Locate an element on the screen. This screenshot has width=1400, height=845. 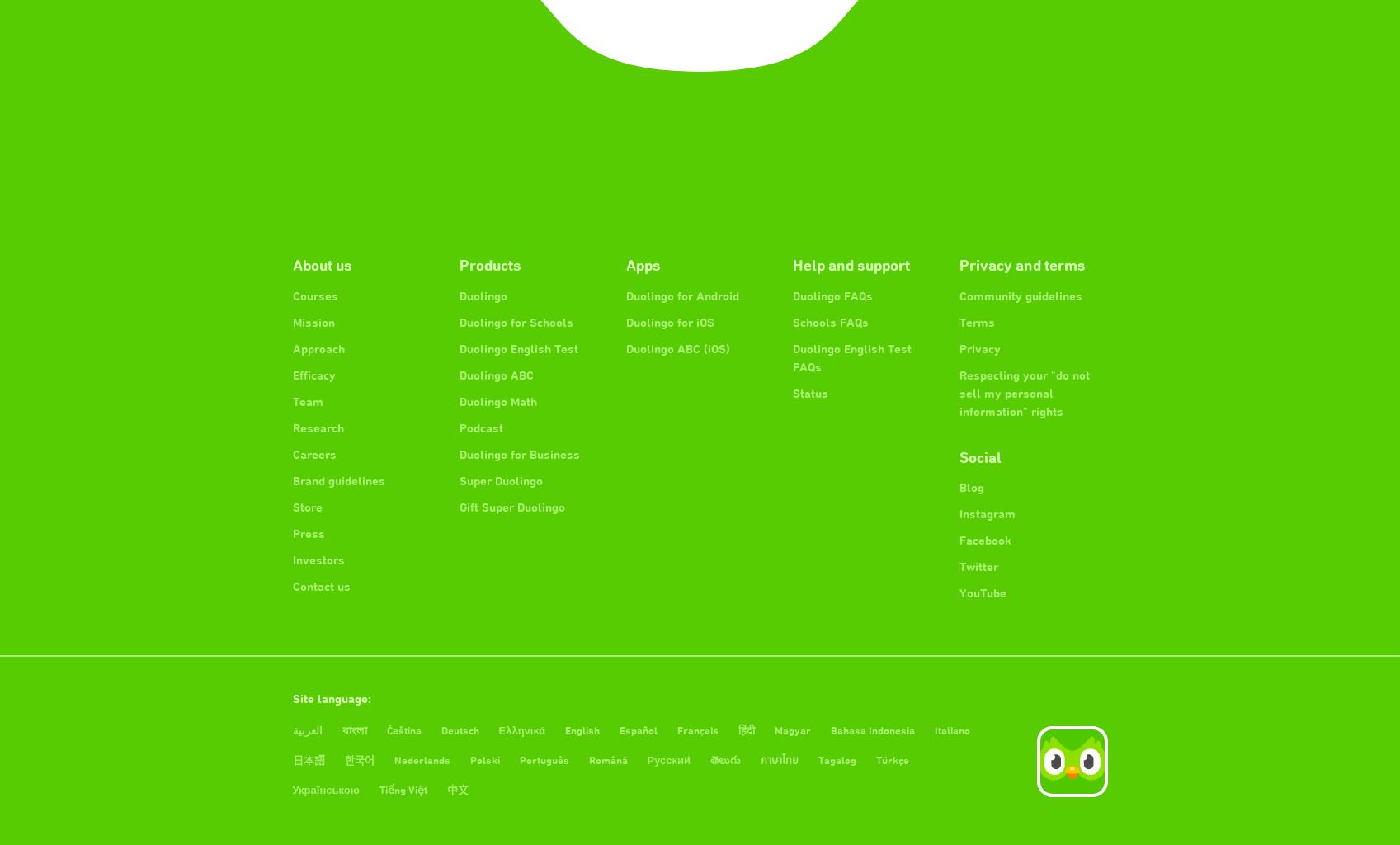
'Privacy' is located at coordinates (978, 347).